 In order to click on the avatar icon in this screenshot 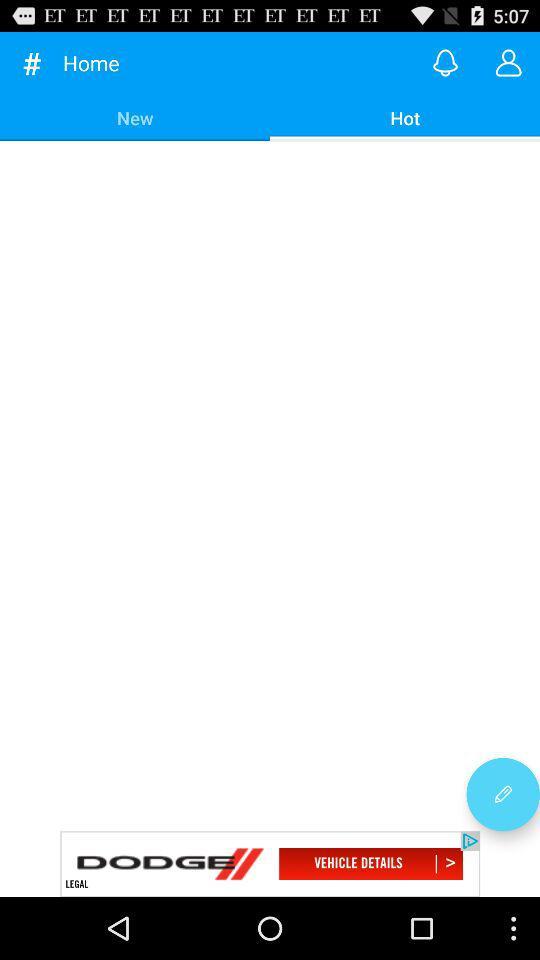, I will do `click(508, 67)`.